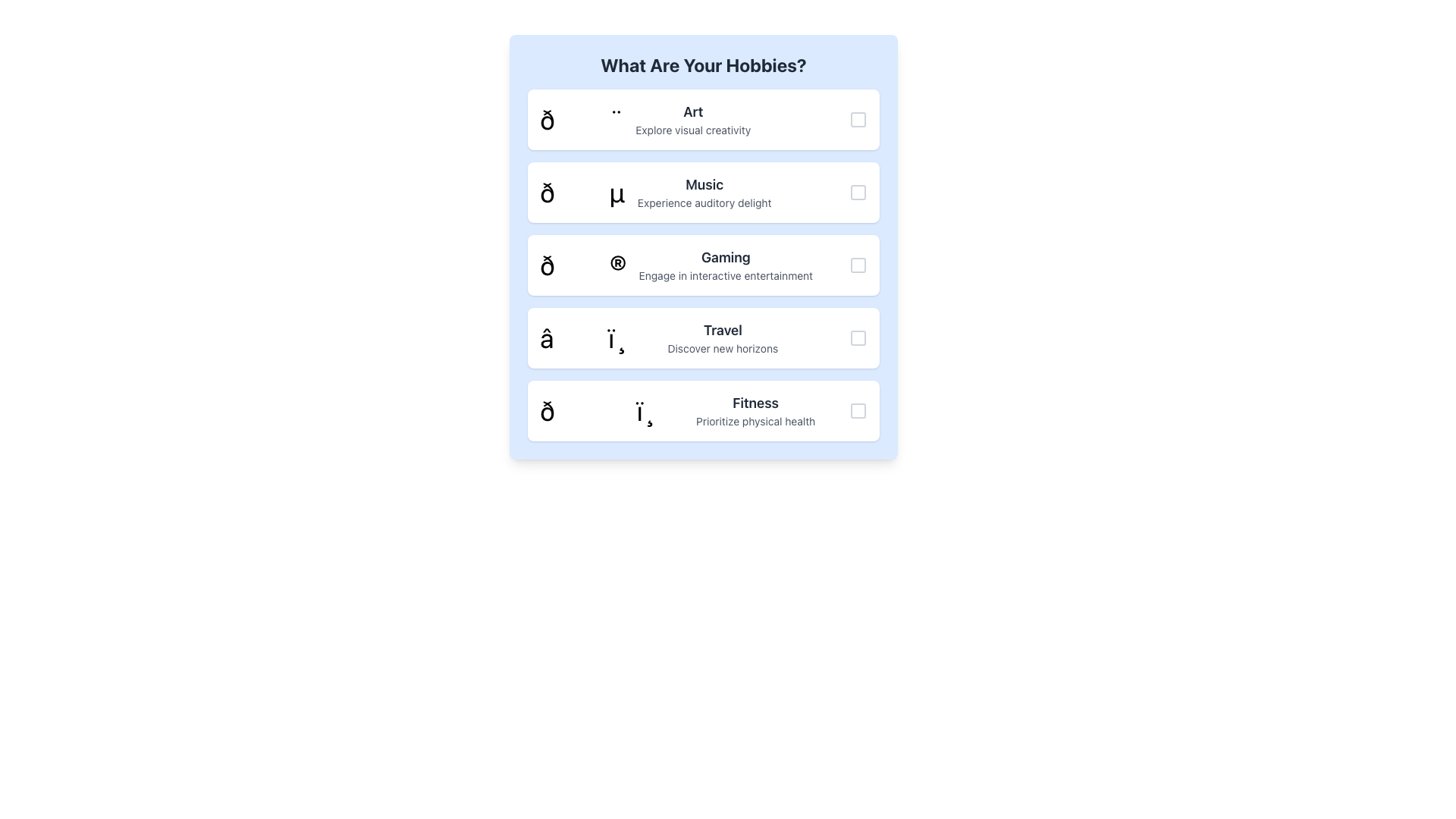  Describe the element at coordinates (702, 192) in the screenshot. I see `the 'Music' selection card` at that location.